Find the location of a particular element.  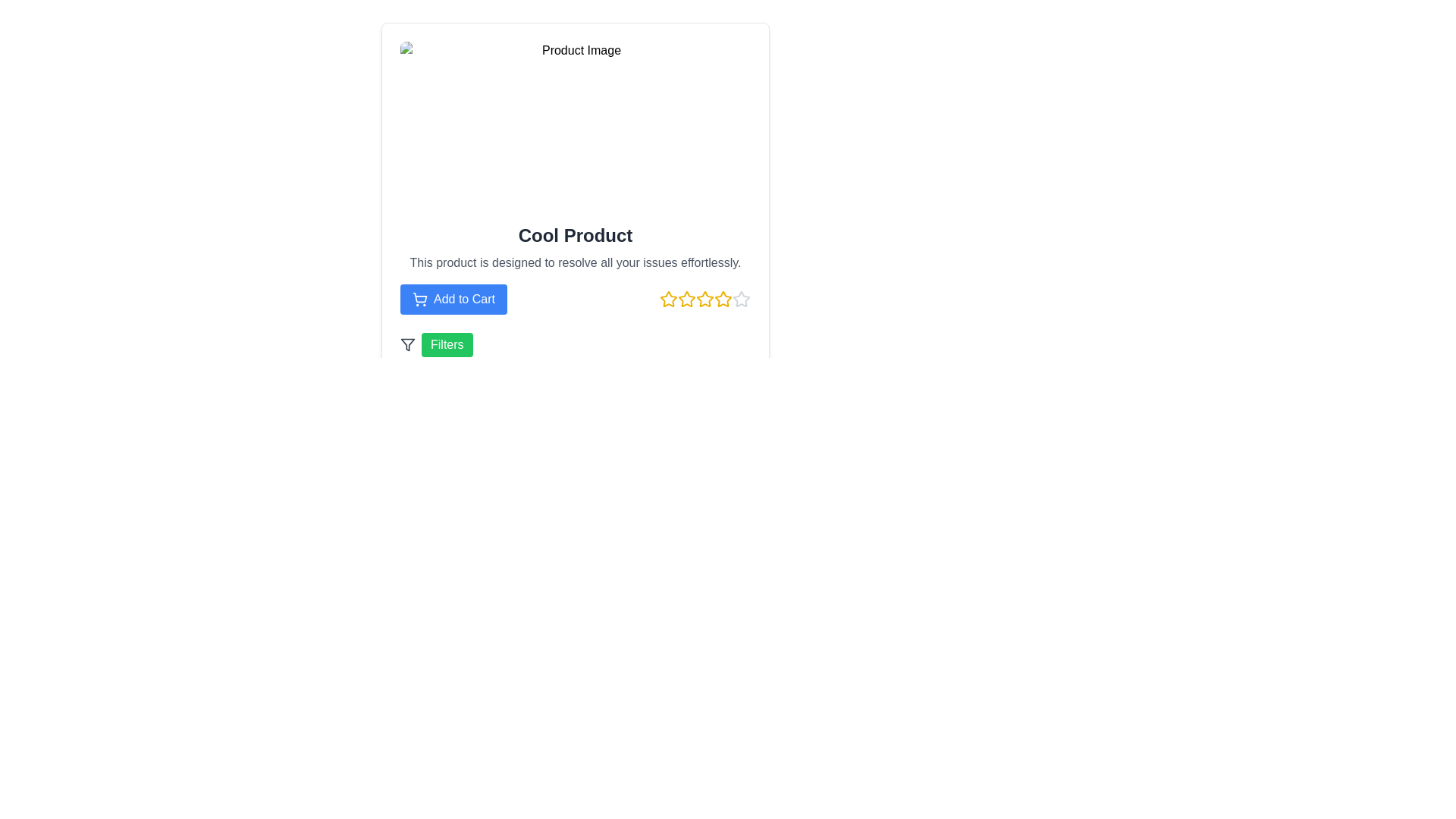

the funnel-shaped filter icon located within the 'Filters' button in the bottom left toolbar is located at coordinates (407, 345).